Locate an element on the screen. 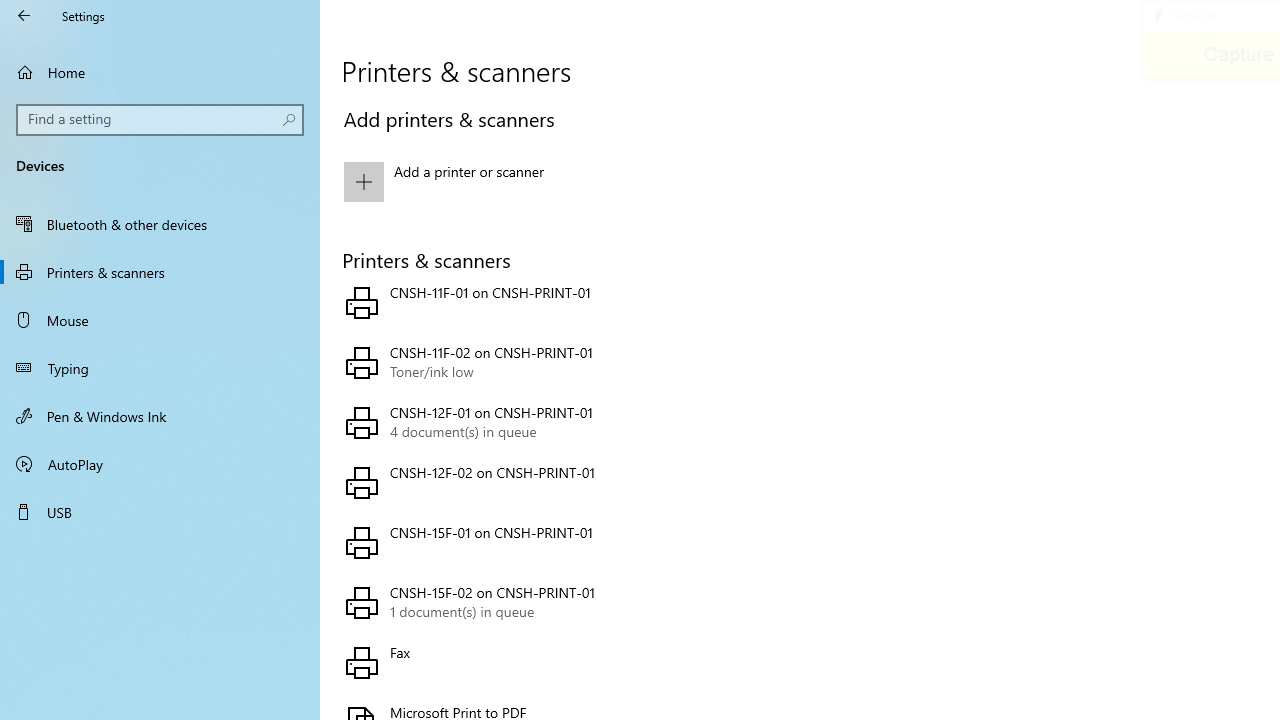  'Printers & scanners' is located at coordinates (160, 271).